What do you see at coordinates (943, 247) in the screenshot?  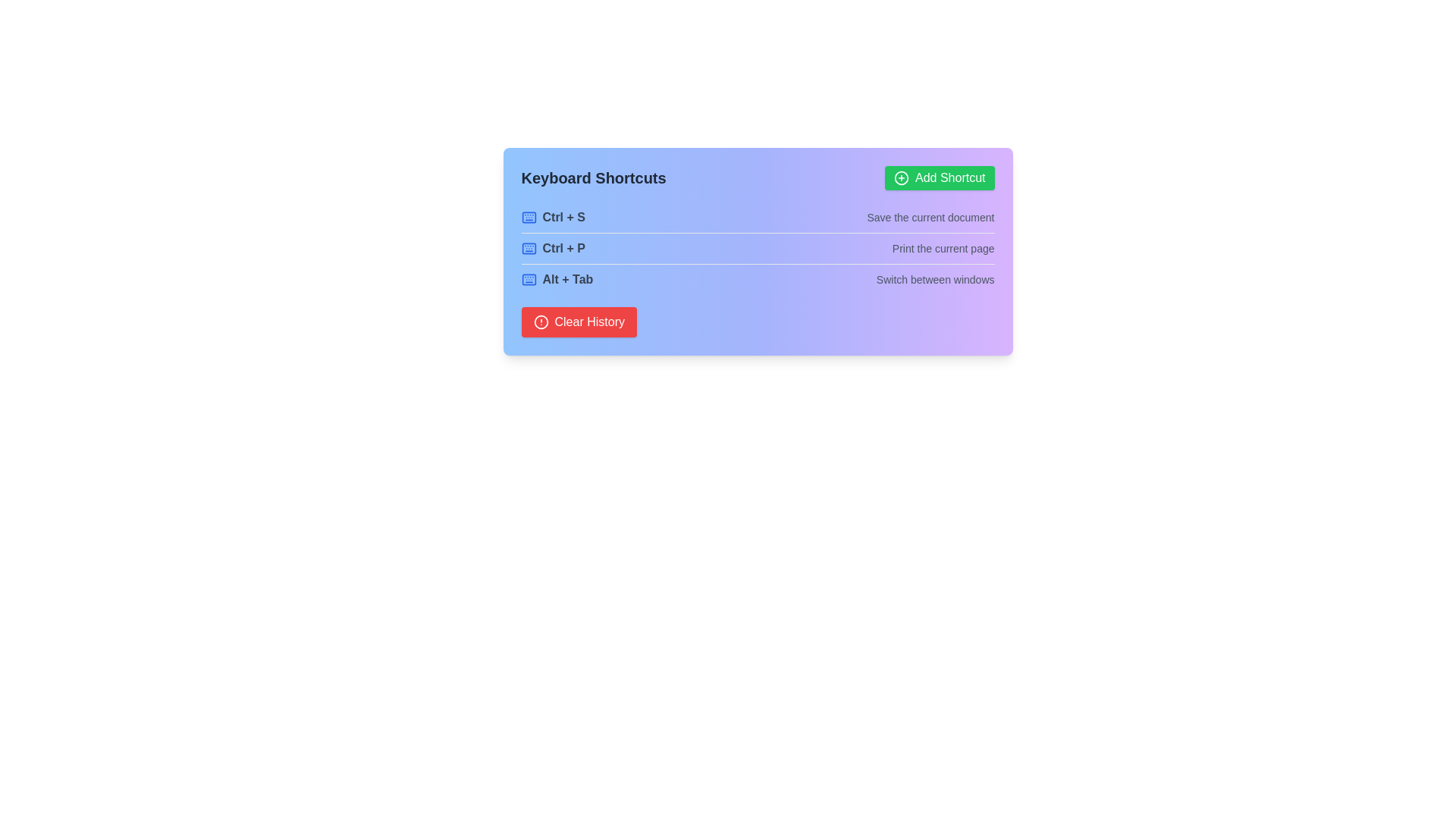 I see `the descriptive text label that informs the user about the purpose of the 'Ctrl + P' shortcut, which is to print the current page` at bounding box center [943, 247].